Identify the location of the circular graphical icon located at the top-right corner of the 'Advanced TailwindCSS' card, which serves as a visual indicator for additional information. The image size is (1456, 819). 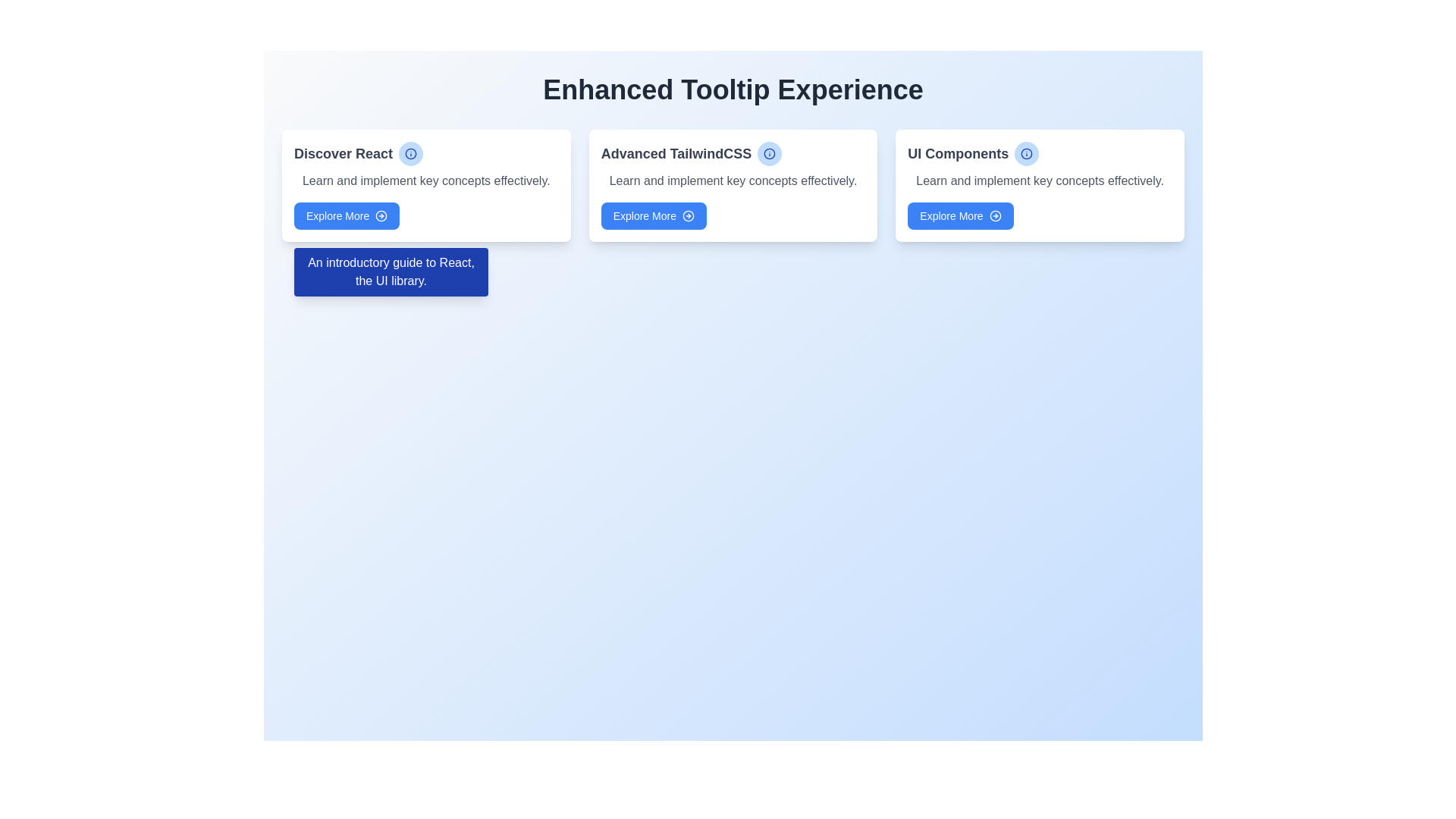
(770, 154).